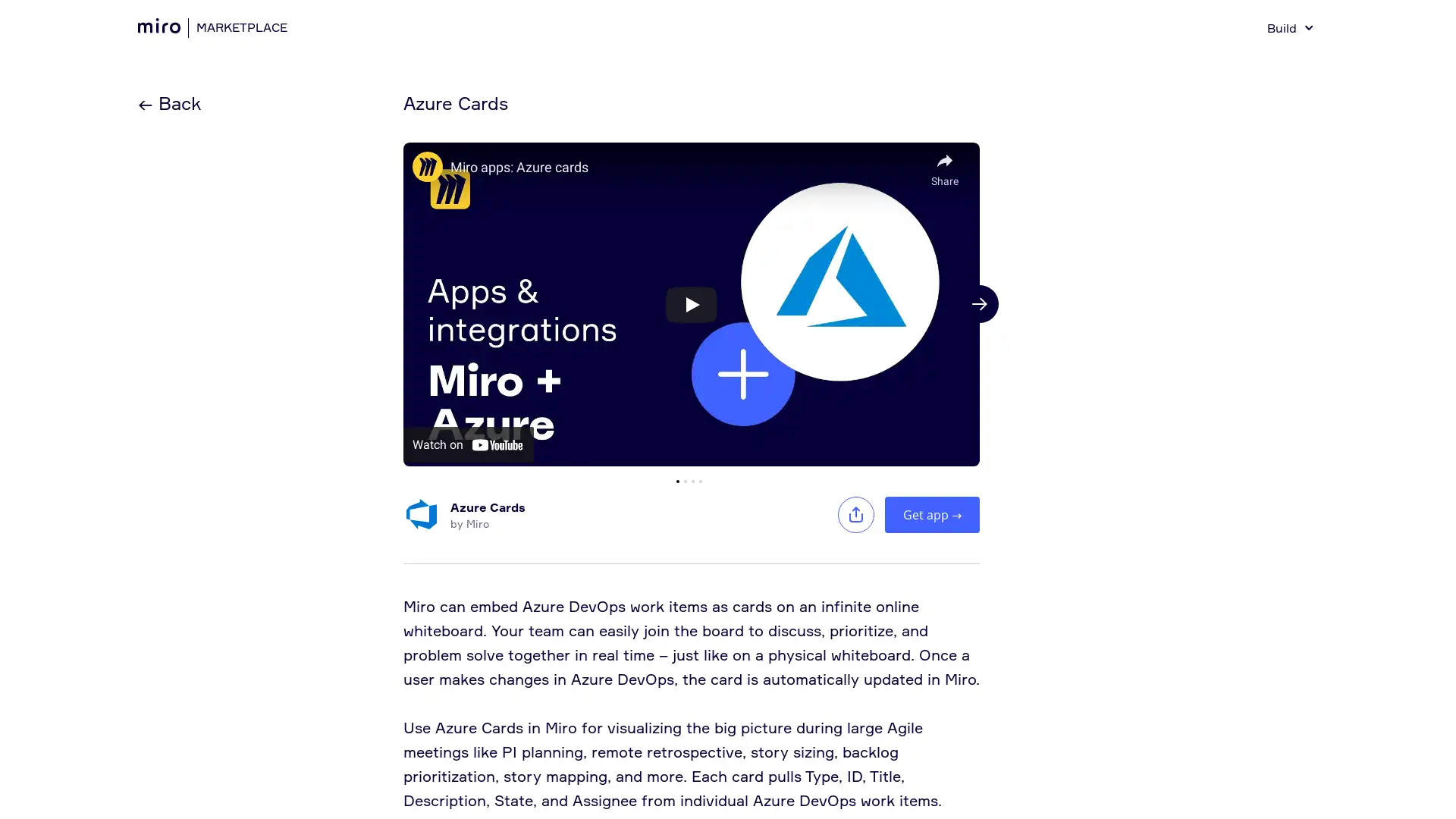  I want to click on Go to slide 3, so click(692, 480).